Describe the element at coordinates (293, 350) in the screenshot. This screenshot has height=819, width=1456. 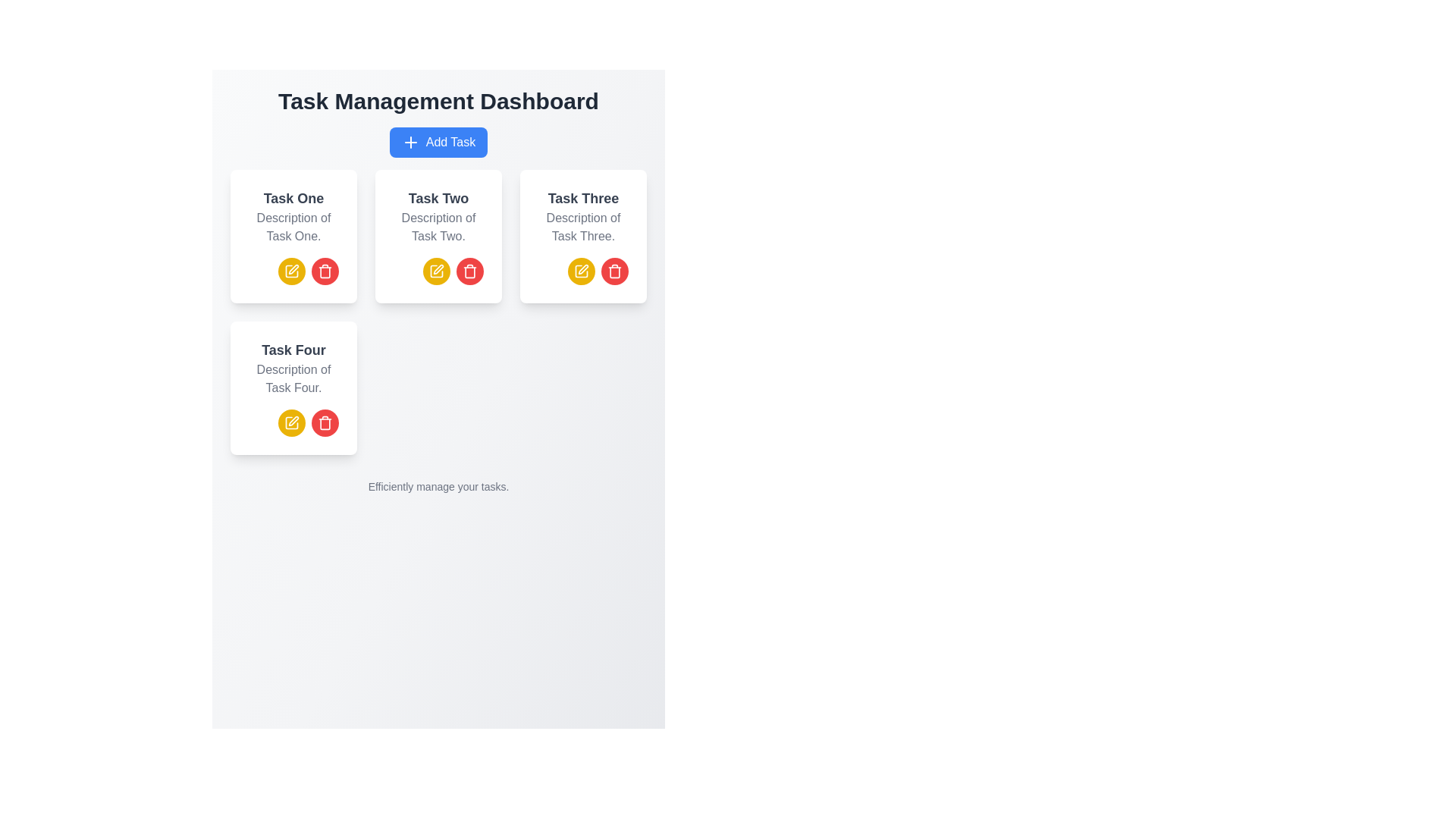
I see `the Text Label that serves as the title for 'Task Four', positioned at the top of the card in the 'Task Management Dashboard'` at that location.